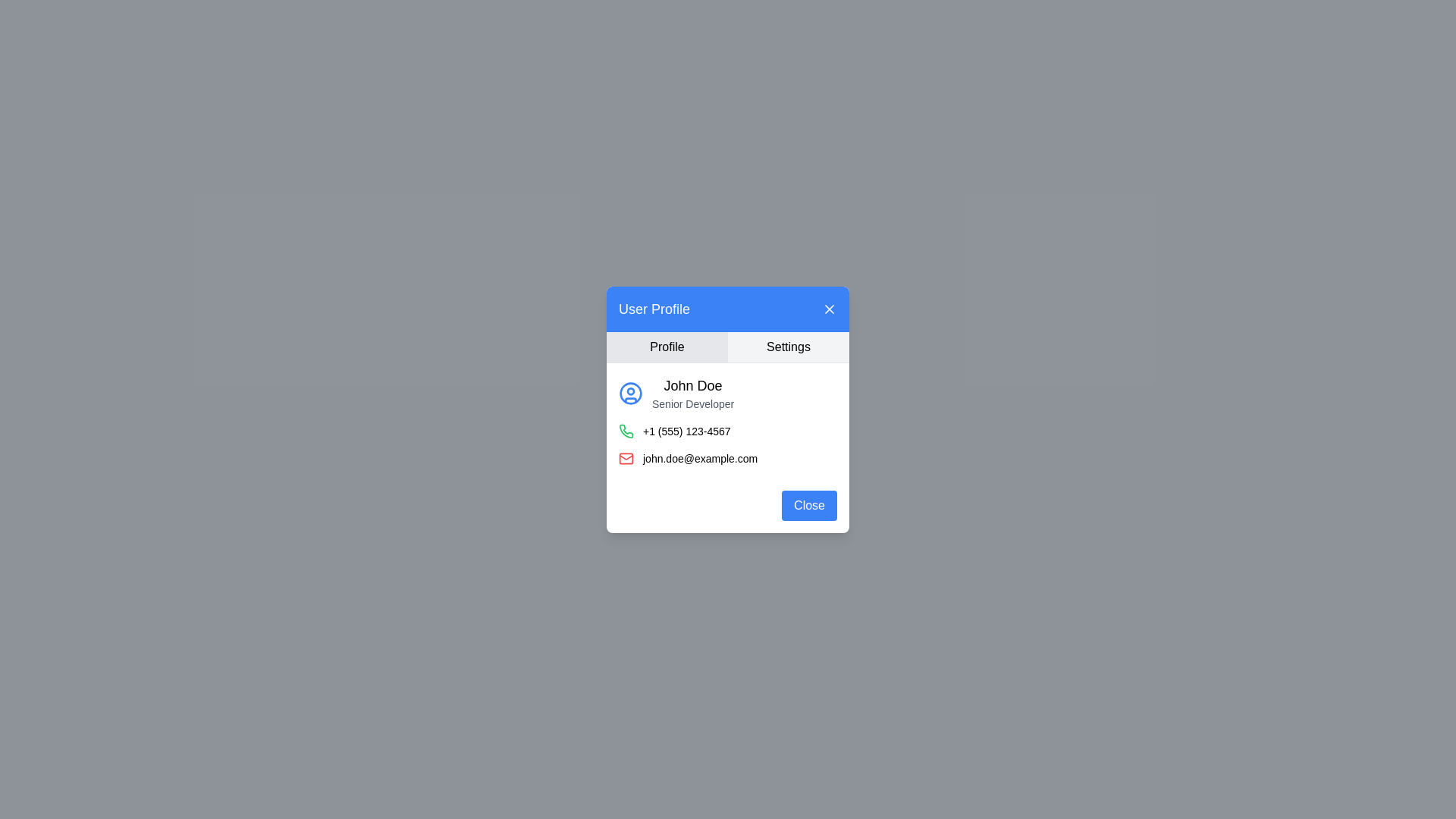 The width and height of the screenshot is (1456, 819). Describe the element at coordinates (692, 384) in the screenshot. I see `the user name displayed at the top-left section of the user profile card, which is located above the job title 'Senior Developer'` at that location.